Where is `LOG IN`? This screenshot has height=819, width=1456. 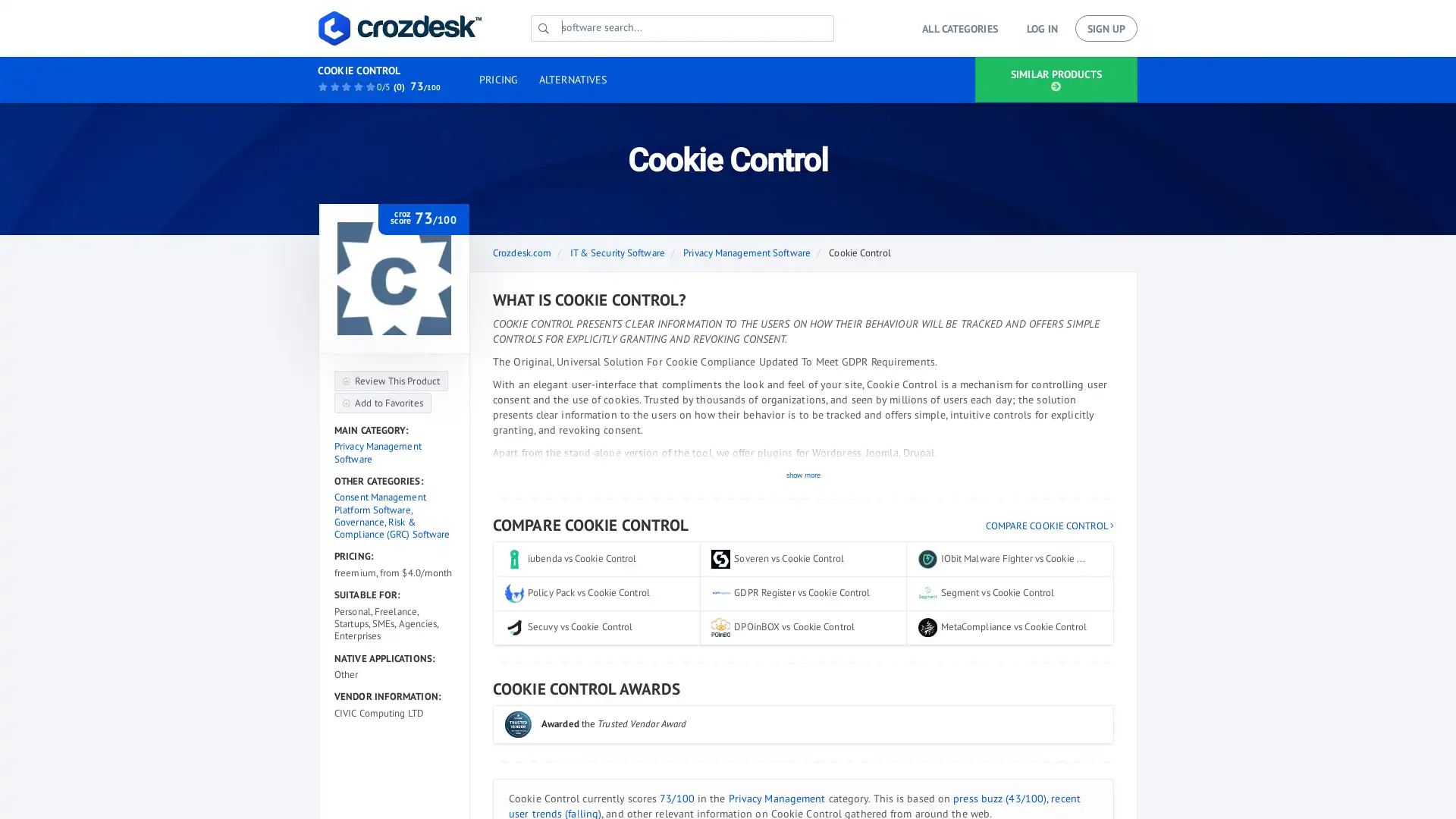
LOG IN is located at coordinates (1040, 28).